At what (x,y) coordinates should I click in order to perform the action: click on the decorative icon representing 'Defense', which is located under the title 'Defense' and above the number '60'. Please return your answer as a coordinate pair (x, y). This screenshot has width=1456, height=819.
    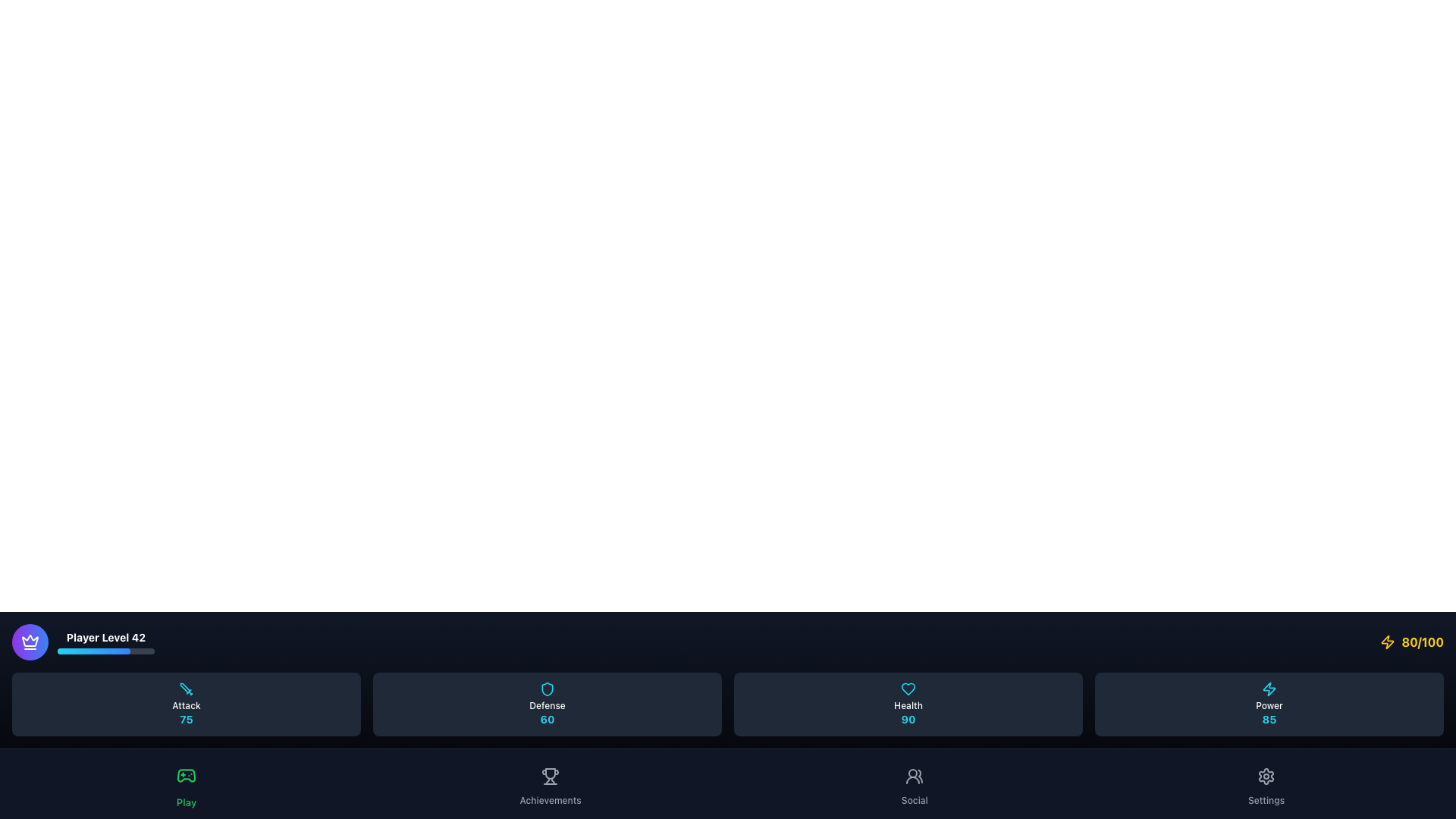
    Looking at the image, I should click on (546, 689).